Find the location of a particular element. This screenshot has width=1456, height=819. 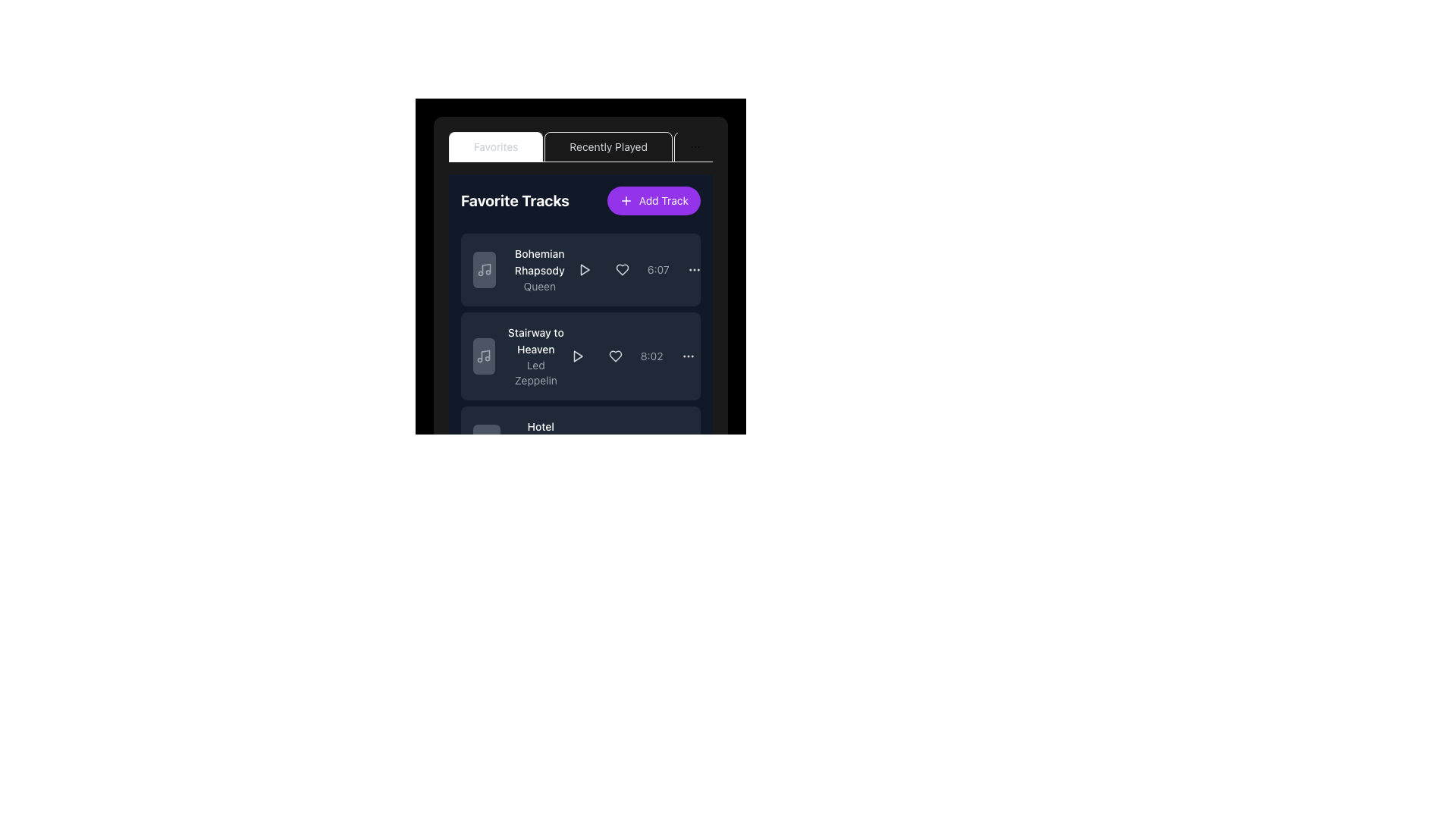

the Tab indicator bar located directly under the active tab labeled 'Favorites' in the tab navigation component is located at coordinates (496, 161).